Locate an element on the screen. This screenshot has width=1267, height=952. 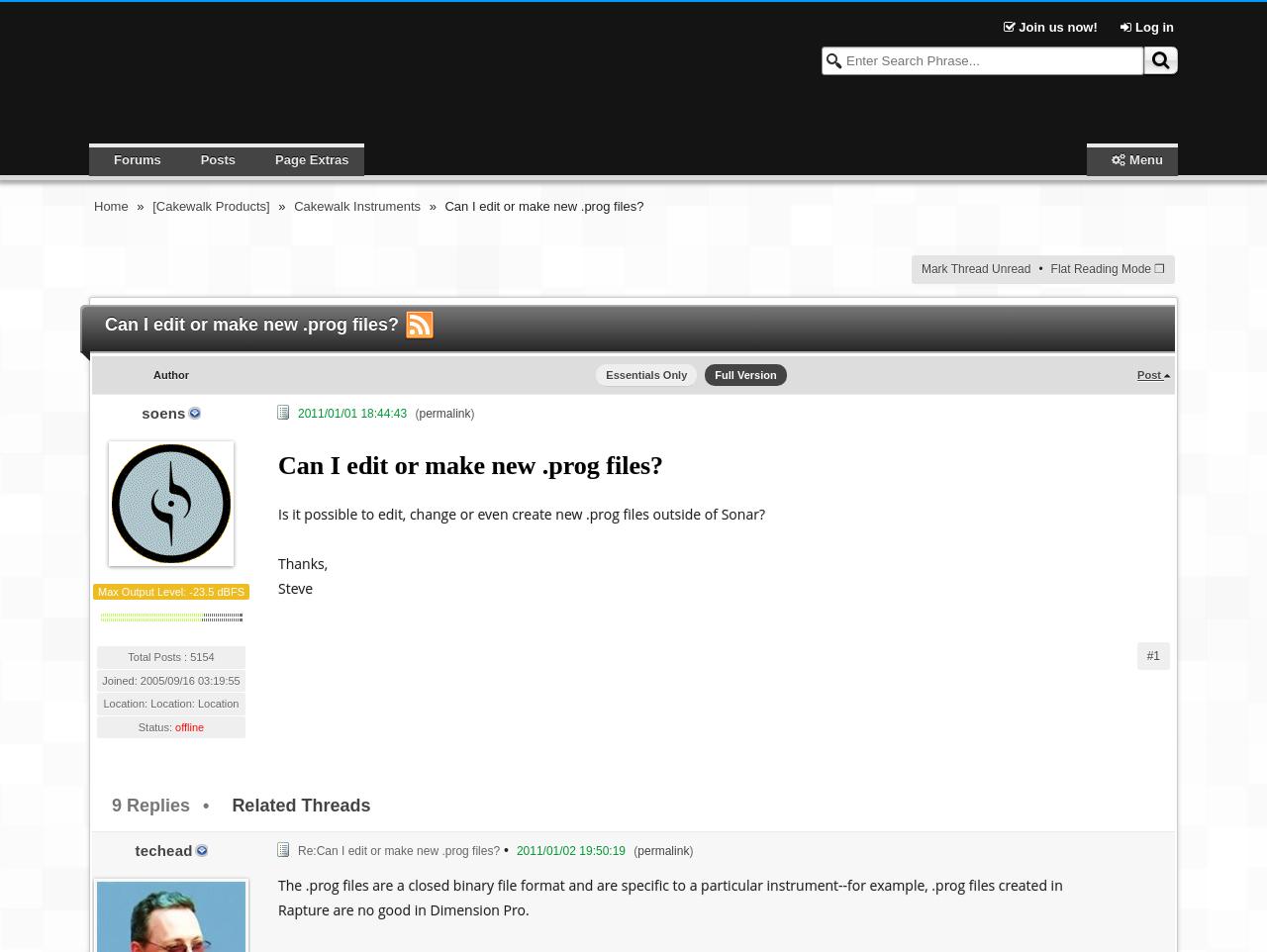
'Mark Thread Unread' is located at coordinates (975, 267).